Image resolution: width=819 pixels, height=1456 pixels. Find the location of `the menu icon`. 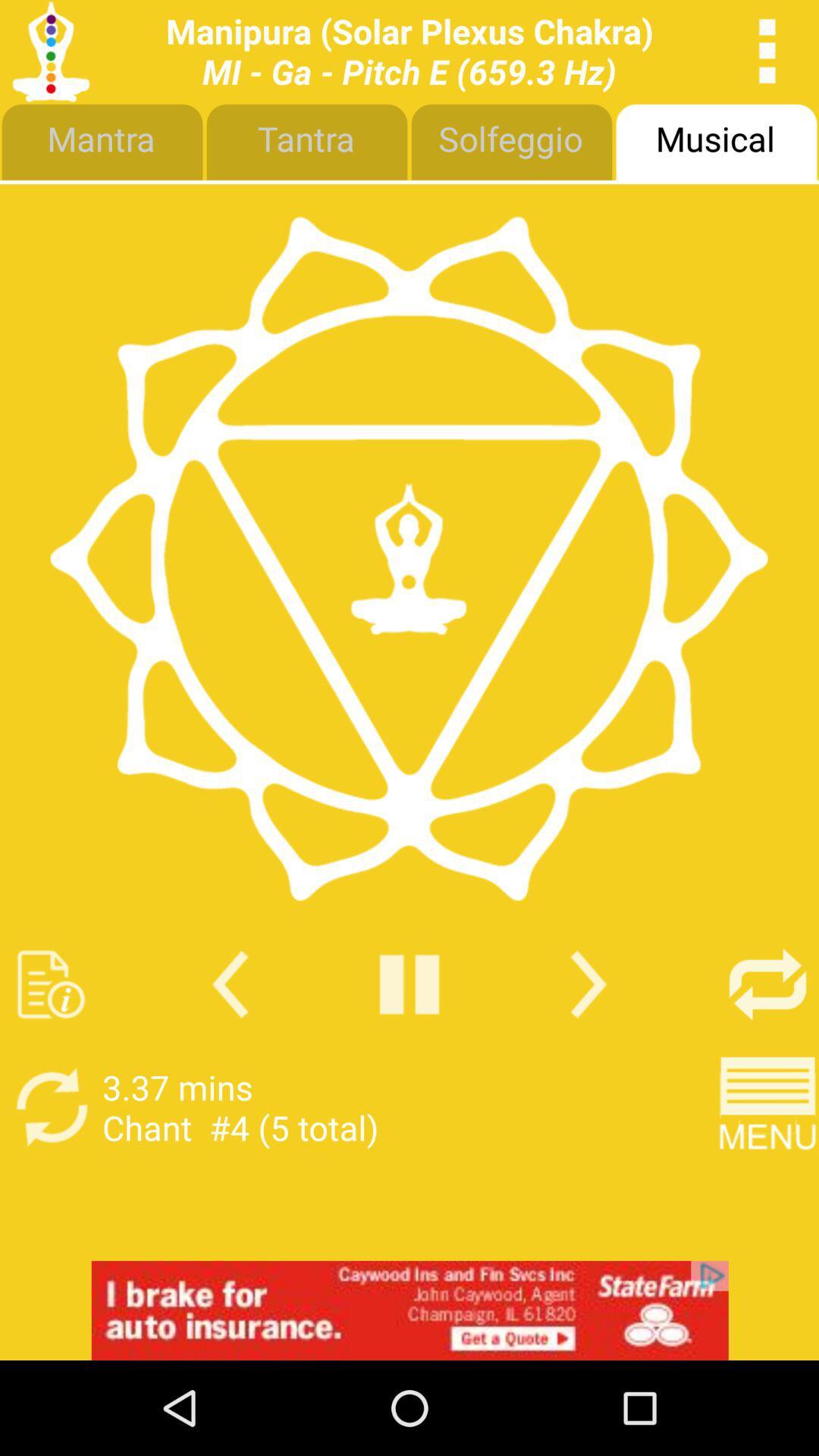

the menu icon is located at coordinates (767, 1184).